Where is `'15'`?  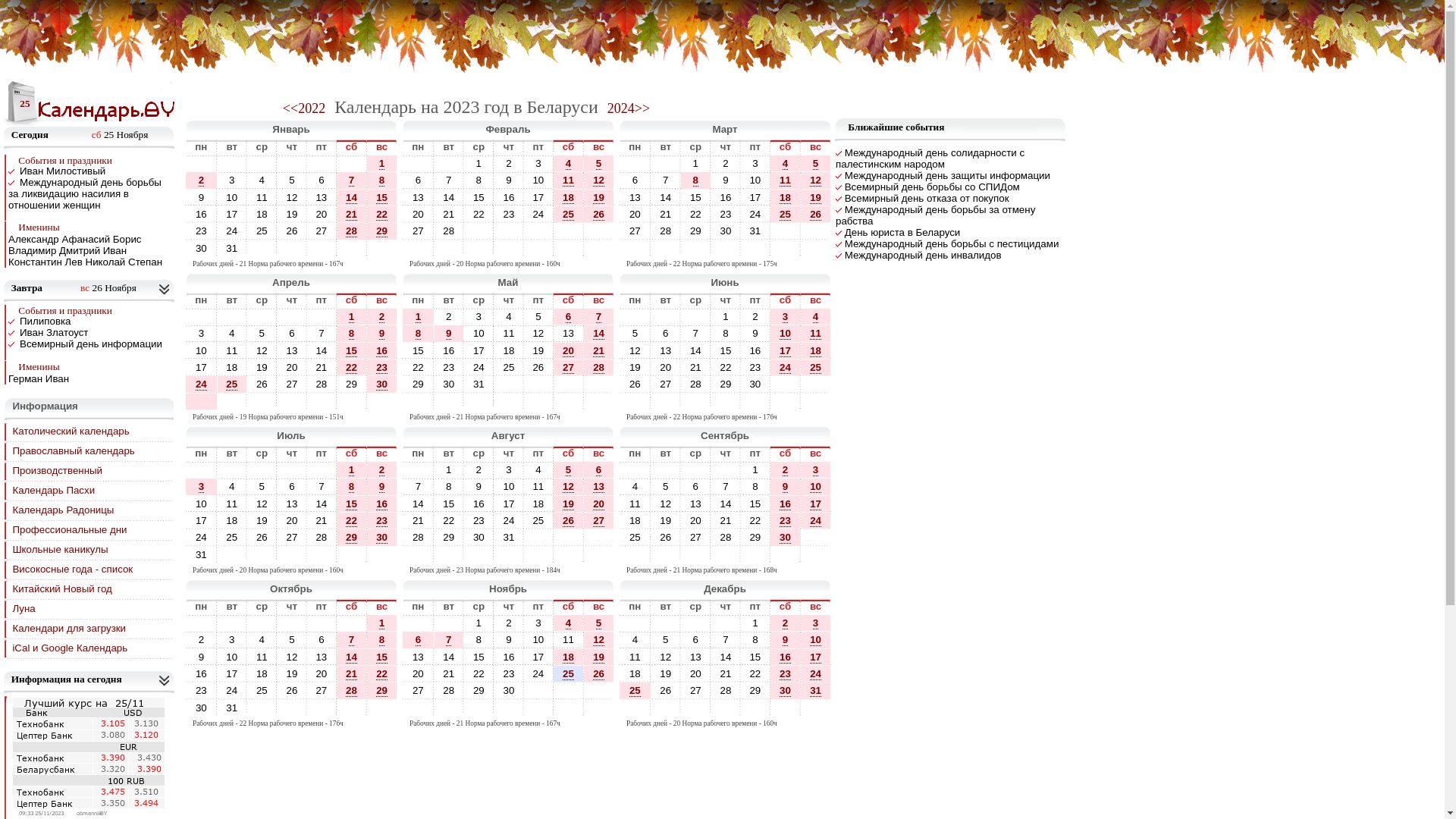
'15' is located at coordinates (381, 197).